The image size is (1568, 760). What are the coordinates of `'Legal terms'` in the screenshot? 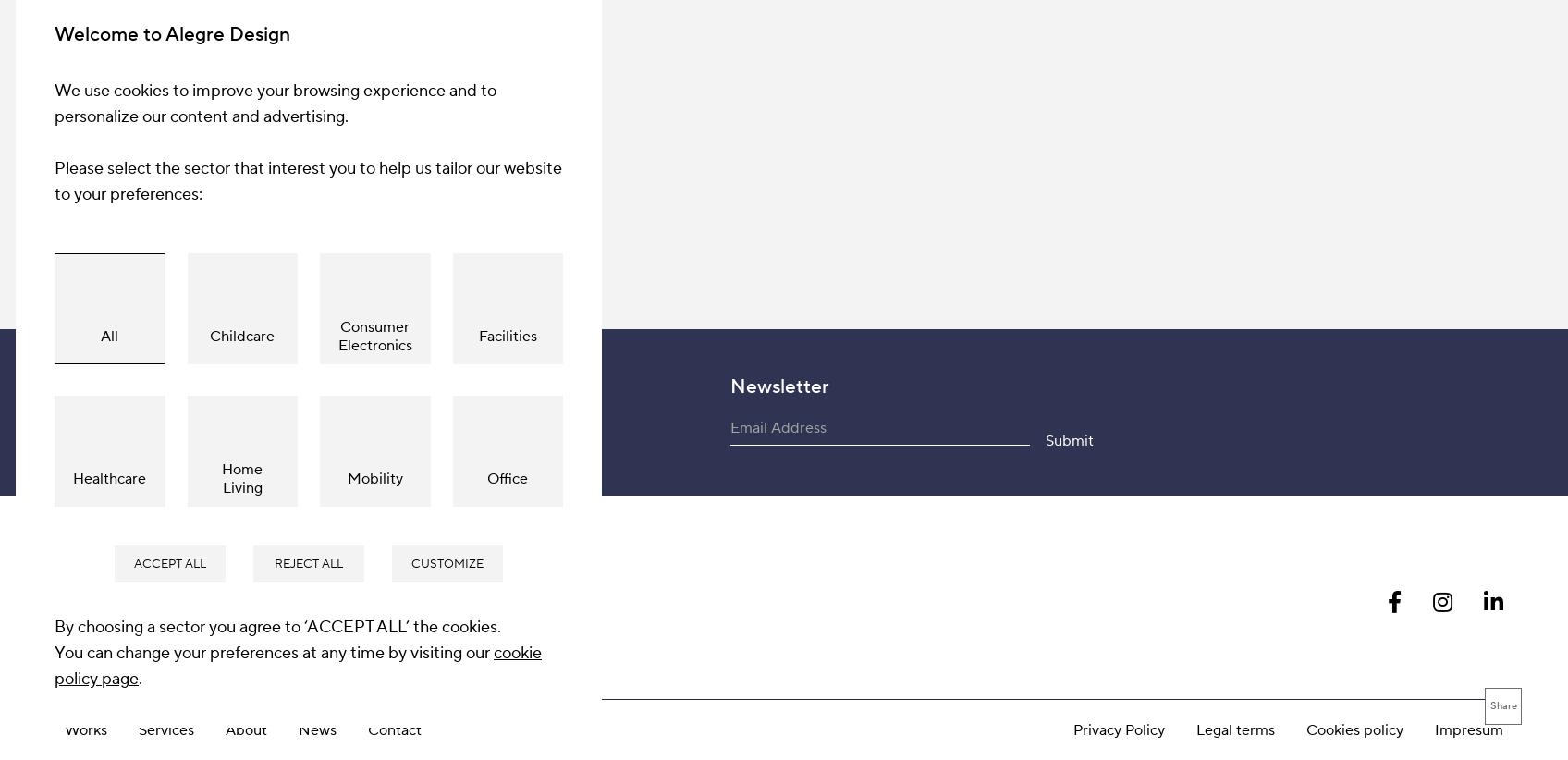 It's located at (1235, 314).